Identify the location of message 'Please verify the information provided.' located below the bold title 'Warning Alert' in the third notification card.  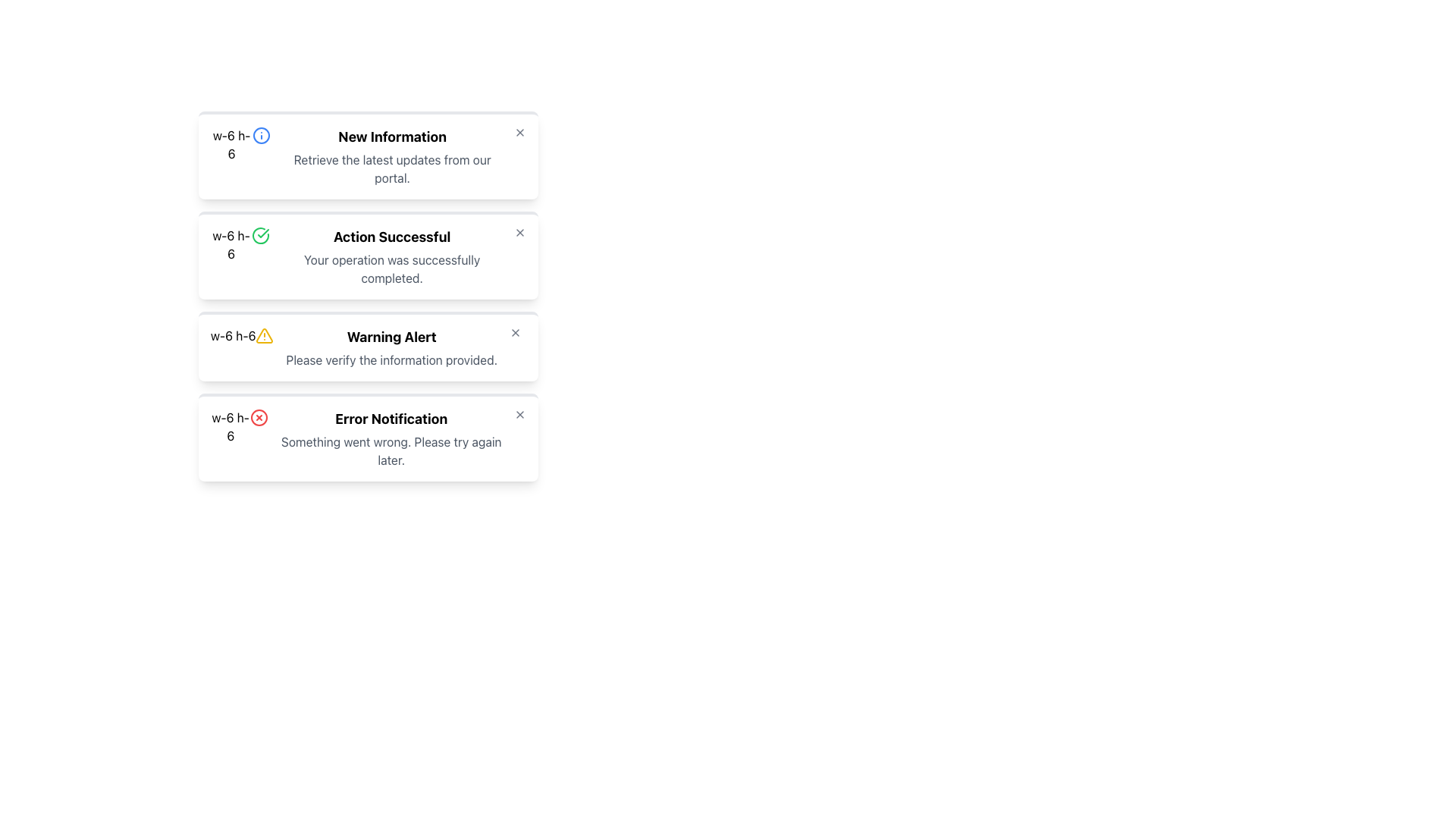
(391, 359).